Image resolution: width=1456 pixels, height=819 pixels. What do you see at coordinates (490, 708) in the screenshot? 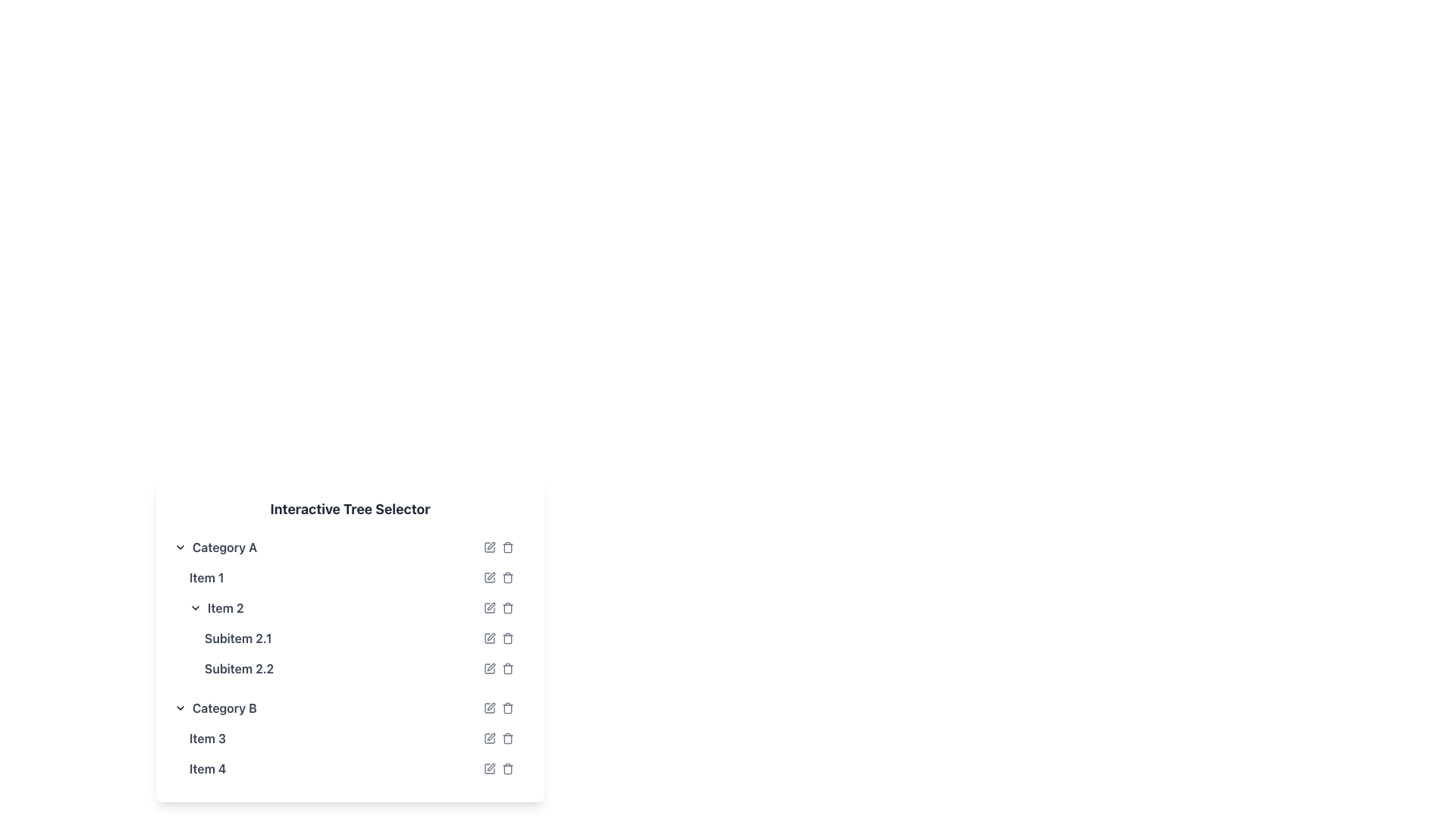
I see `the pen icon button located to the left of the trash can icon in the action icons for 'Category B'` at bounding box center [490, 708].